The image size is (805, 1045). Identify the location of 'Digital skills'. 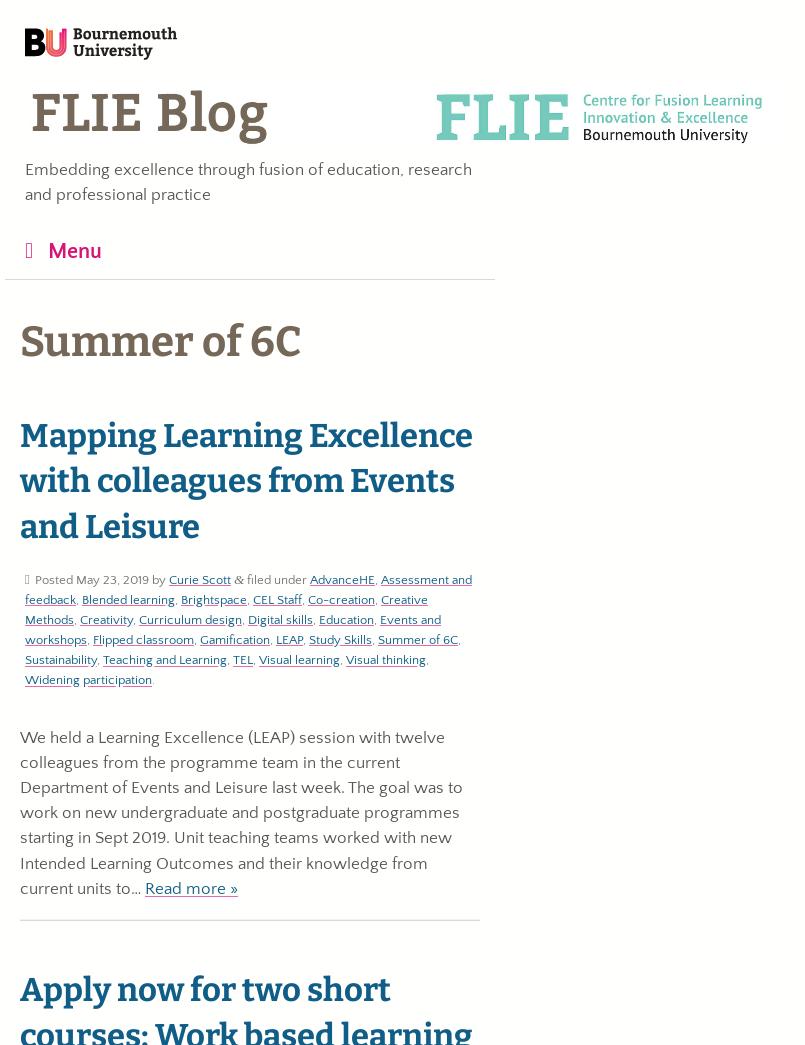
(280, 617).